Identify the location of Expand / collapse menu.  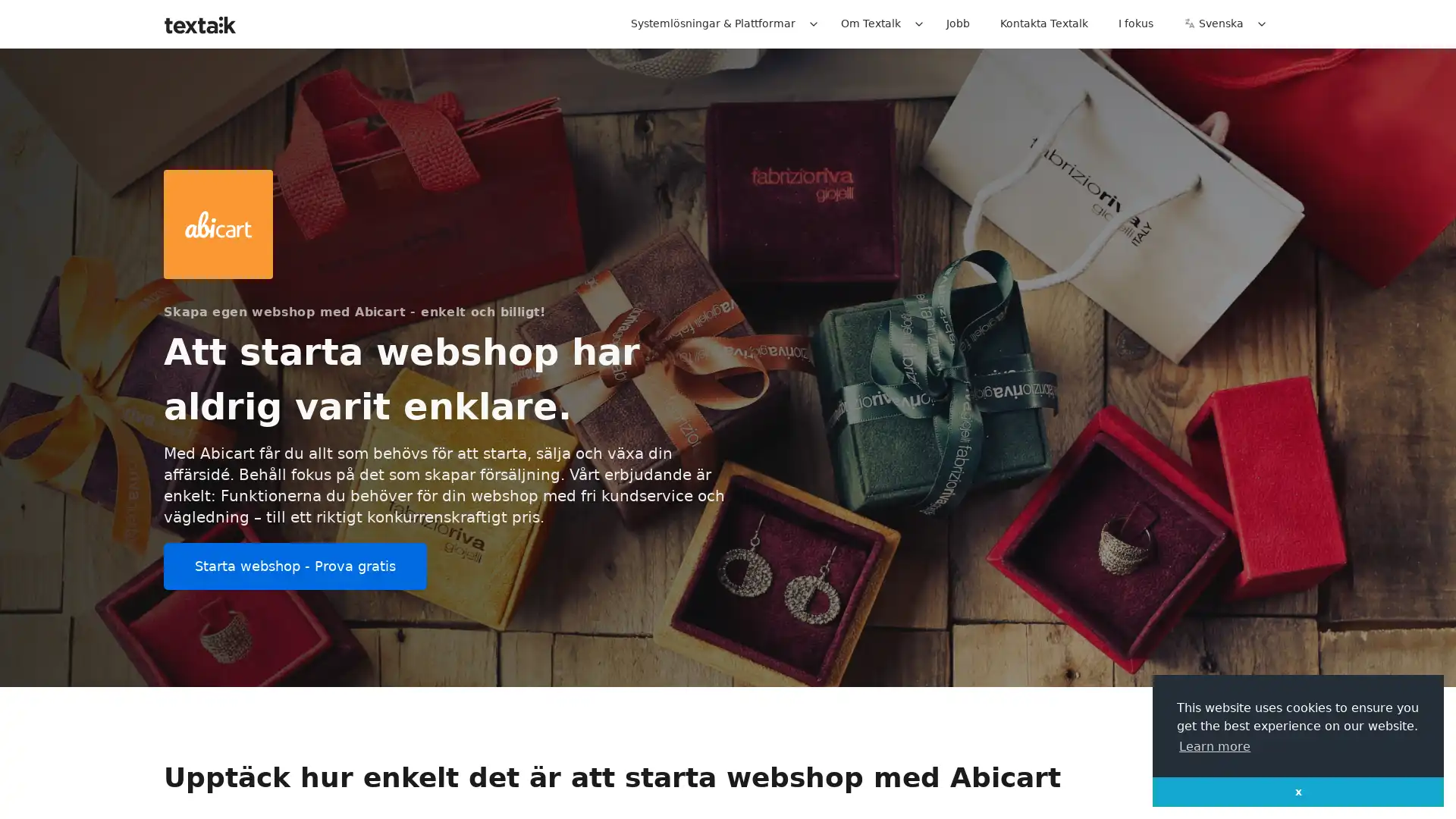
(1260, 23).